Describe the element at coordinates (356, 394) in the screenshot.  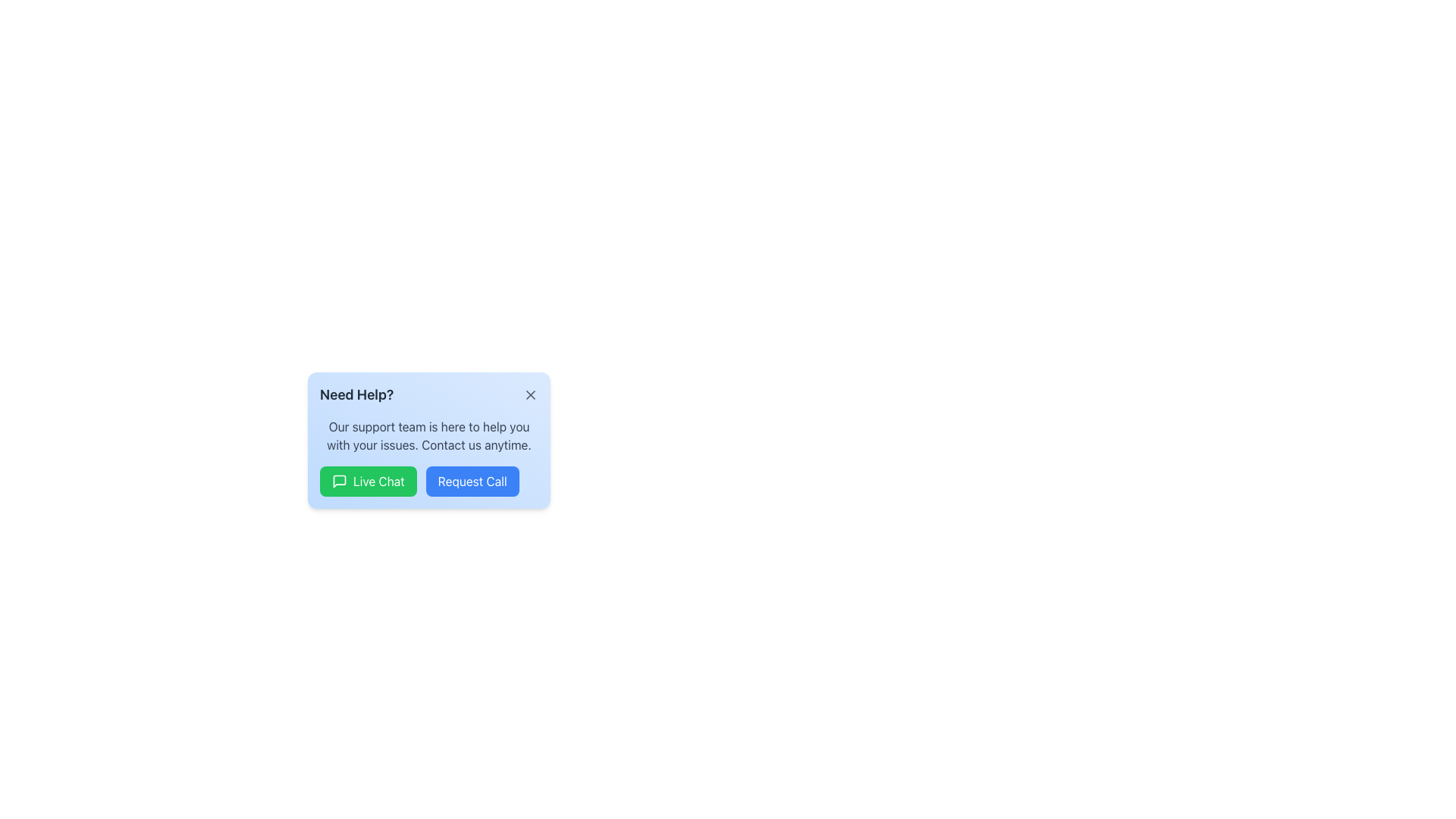
I see `the text label at the top-left corner of the support section to emphasize it` at that location.